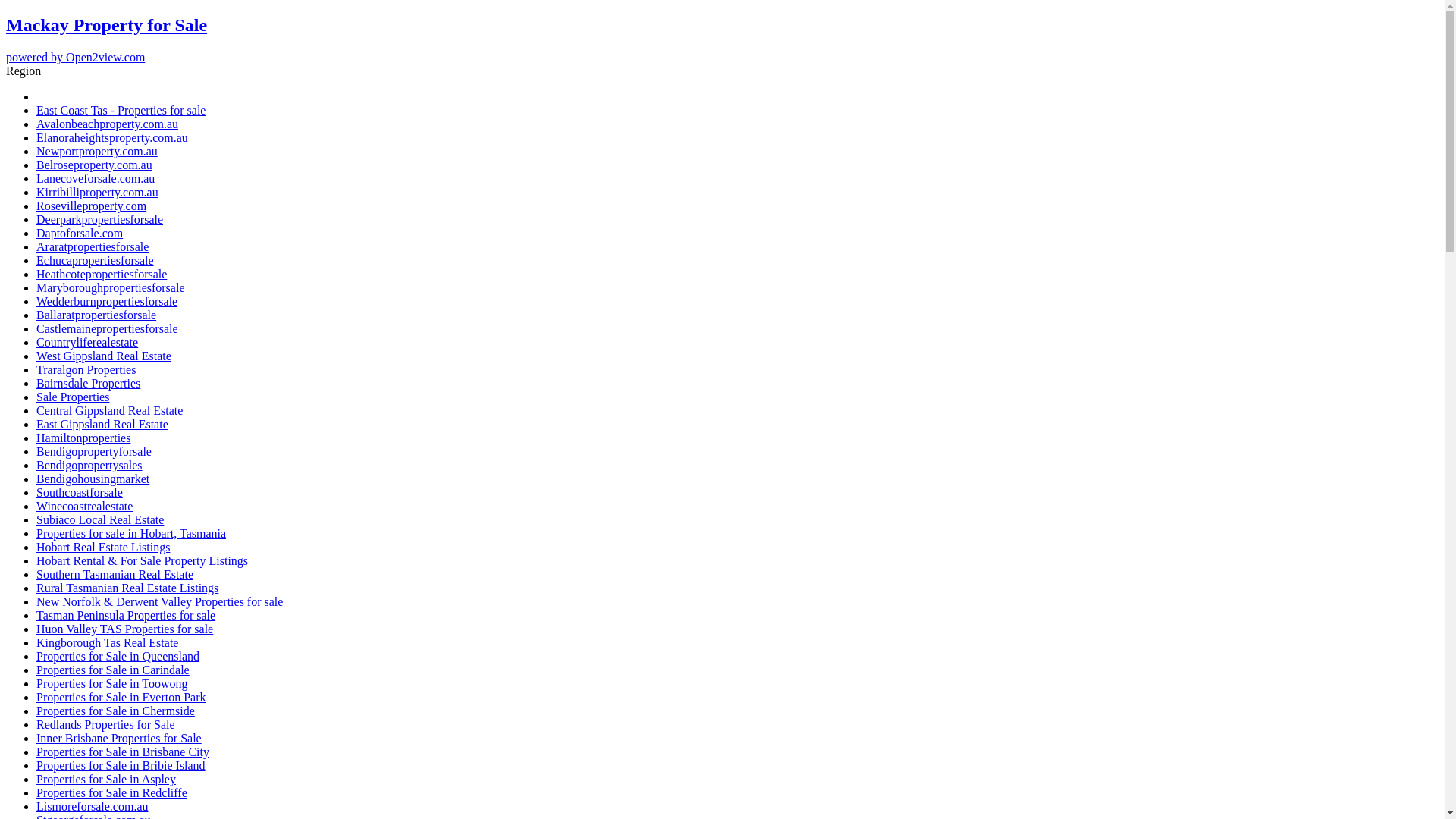 Image resolution: width=1456 pixels, height=819 pixels. What do you see at coordinates (36, 479) in the screenshot?
I see `'Bendigohousingmarket'` at bounding box center [36, 479].